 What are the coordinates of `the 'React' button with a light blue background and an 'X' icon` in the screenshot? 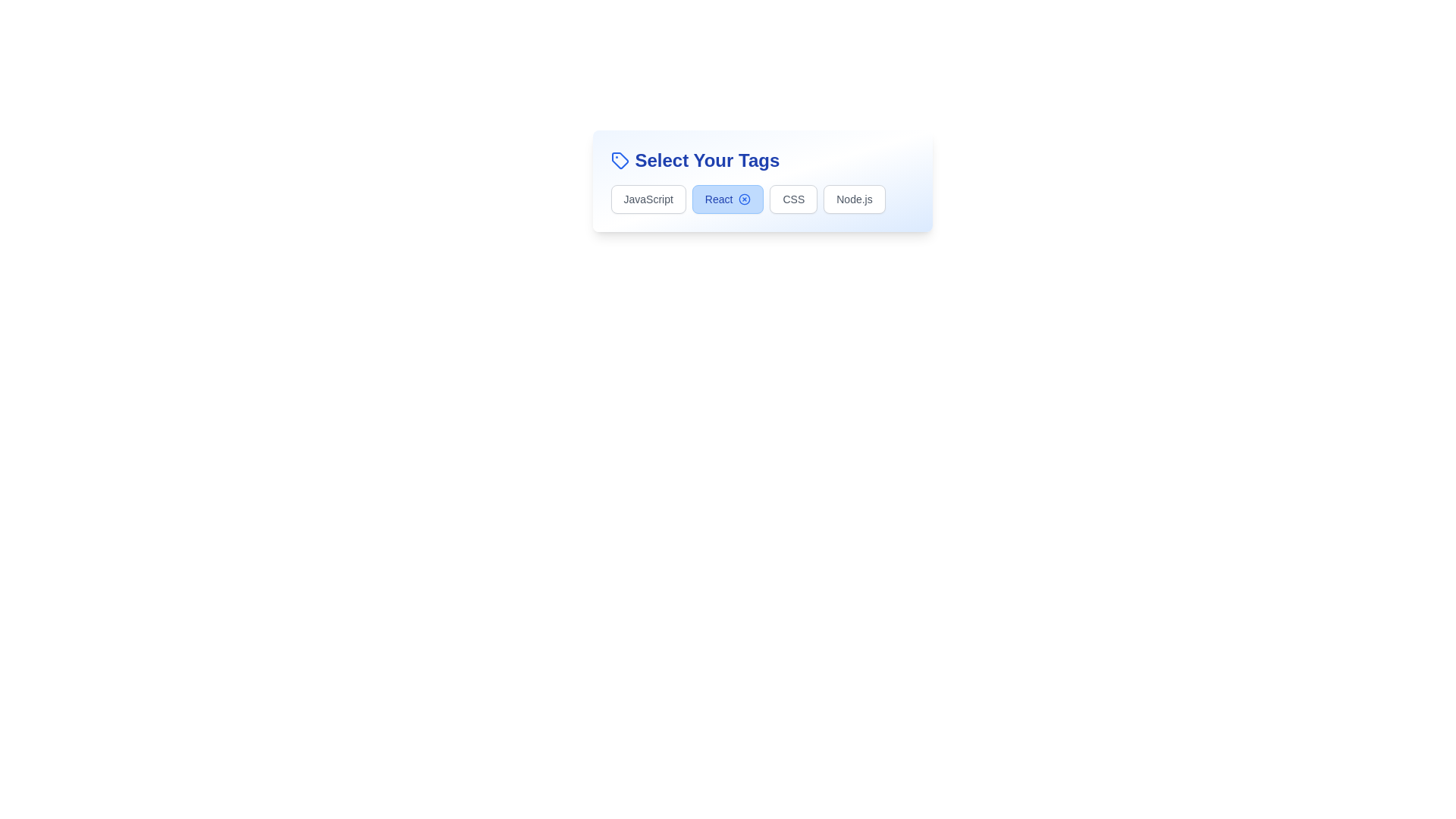 It's located at (728, 198).